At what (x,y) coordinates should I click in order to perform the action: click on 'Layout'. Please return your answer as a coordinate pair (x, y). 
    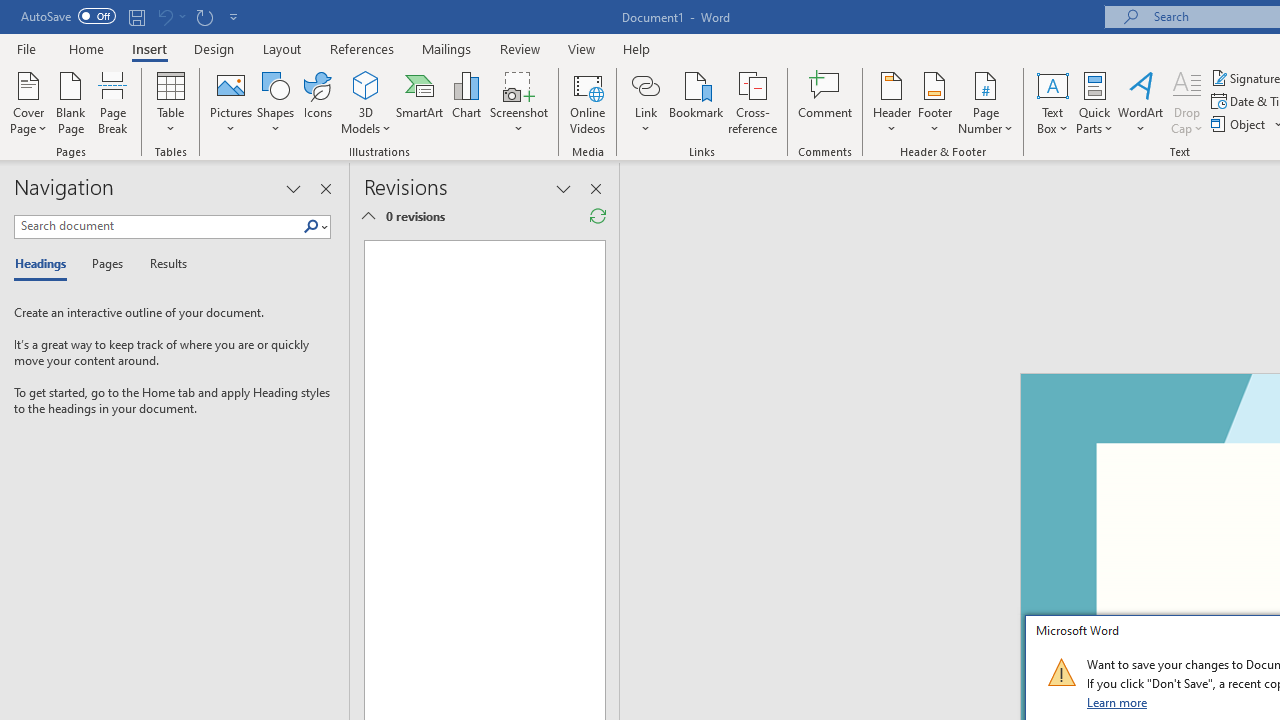
    Looking at the image, I should click on (281, 48).